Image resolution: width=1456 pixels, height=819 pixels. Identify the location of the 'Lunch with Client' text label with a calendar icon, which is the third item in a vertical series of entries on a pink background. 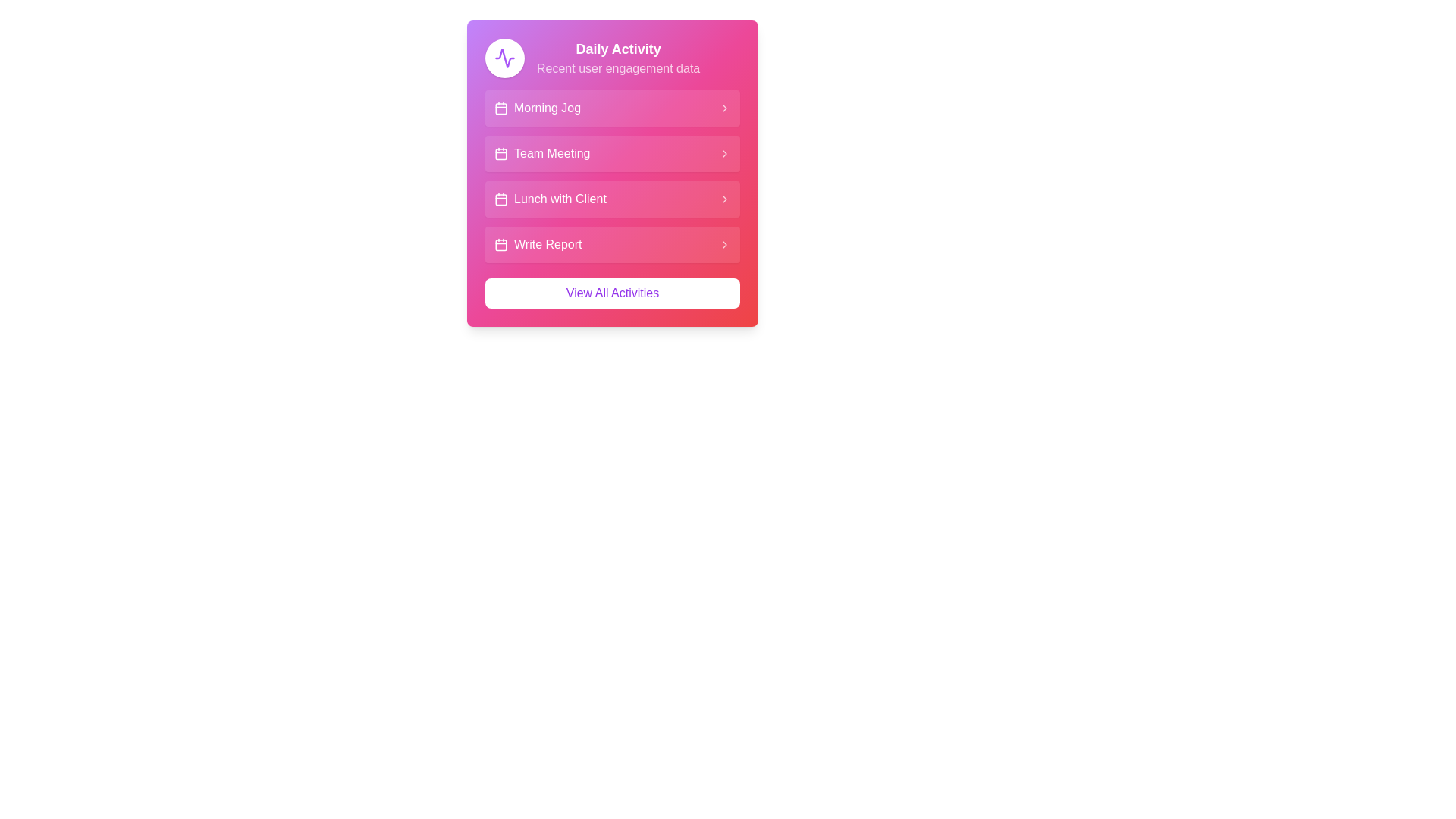
(549, 198).